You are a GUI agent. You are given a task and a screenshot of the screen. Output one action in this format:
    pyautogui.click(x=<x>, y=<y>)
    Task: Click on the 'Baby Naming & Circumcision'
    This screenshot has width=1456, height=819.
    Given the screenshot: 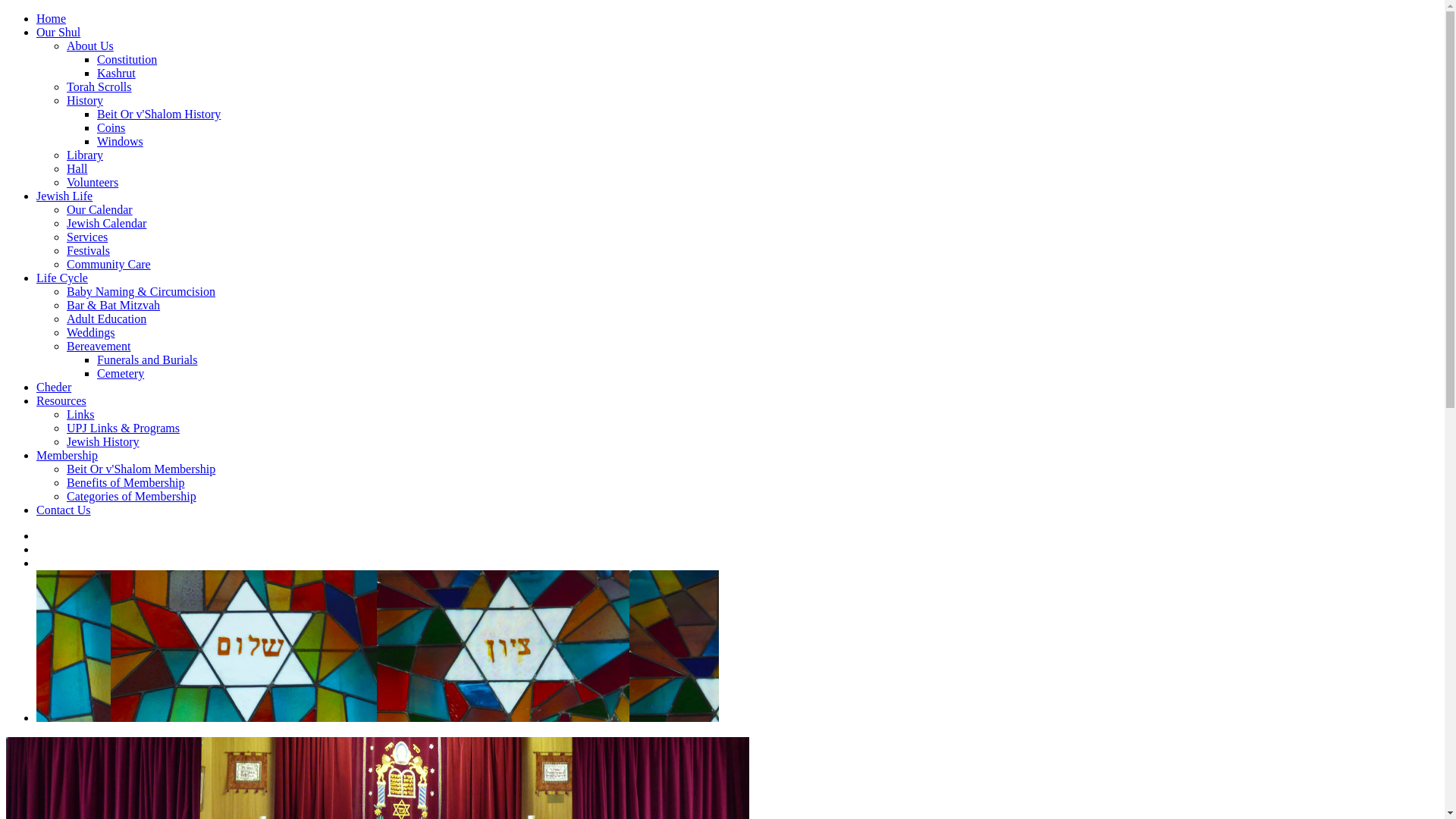 What is the action you would take?
    pyautogui.click(x=141, y=291)
    